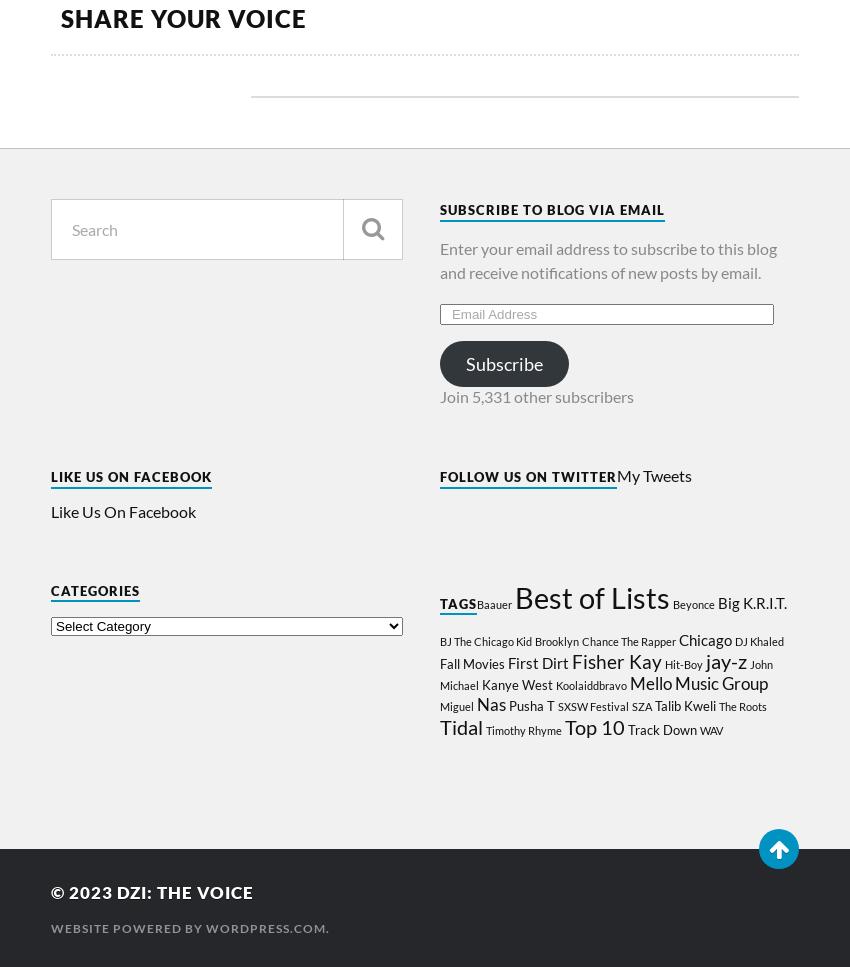 This screenshot has width=850, height=967. Describe the element at coordinates (536, 661) in the screenshot. I see `'First Dirt'` at that location.